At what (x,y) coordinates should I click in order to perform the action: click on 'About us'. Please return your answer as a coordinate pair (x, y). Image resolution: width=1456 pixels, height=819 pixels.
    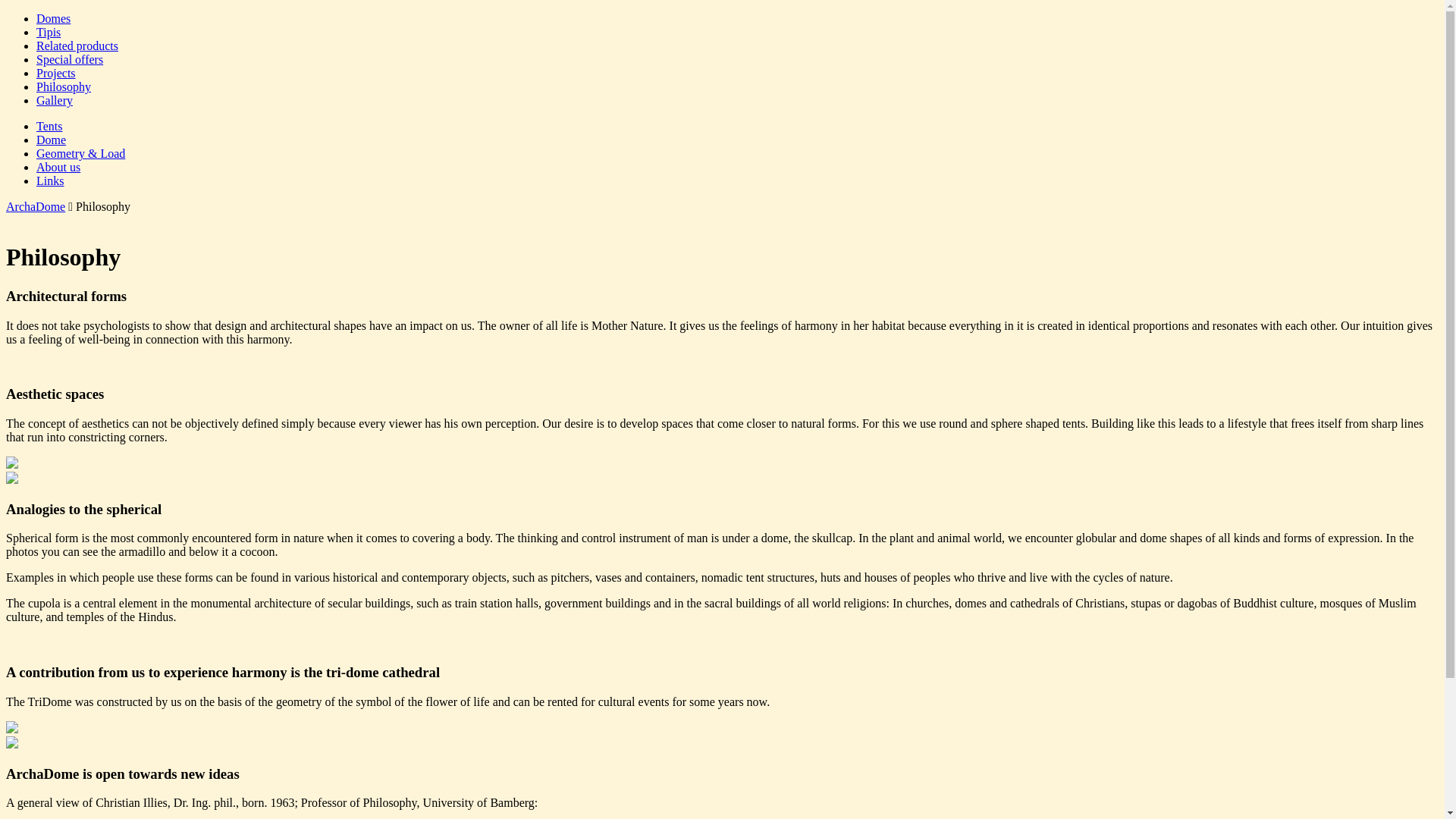
    Looking at the image, I should click on (58, 167).